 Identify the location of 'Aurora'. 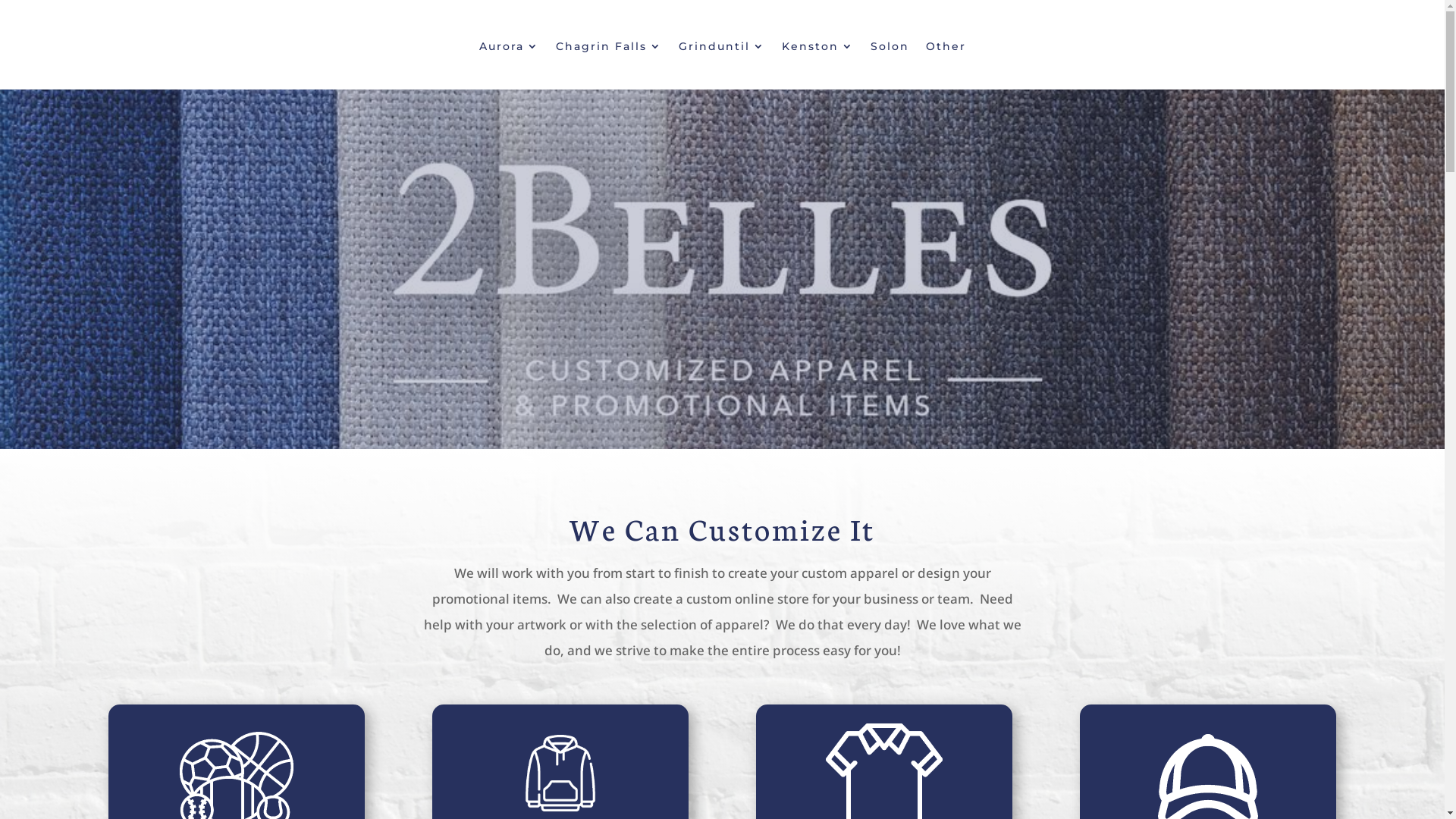
(509, 49).